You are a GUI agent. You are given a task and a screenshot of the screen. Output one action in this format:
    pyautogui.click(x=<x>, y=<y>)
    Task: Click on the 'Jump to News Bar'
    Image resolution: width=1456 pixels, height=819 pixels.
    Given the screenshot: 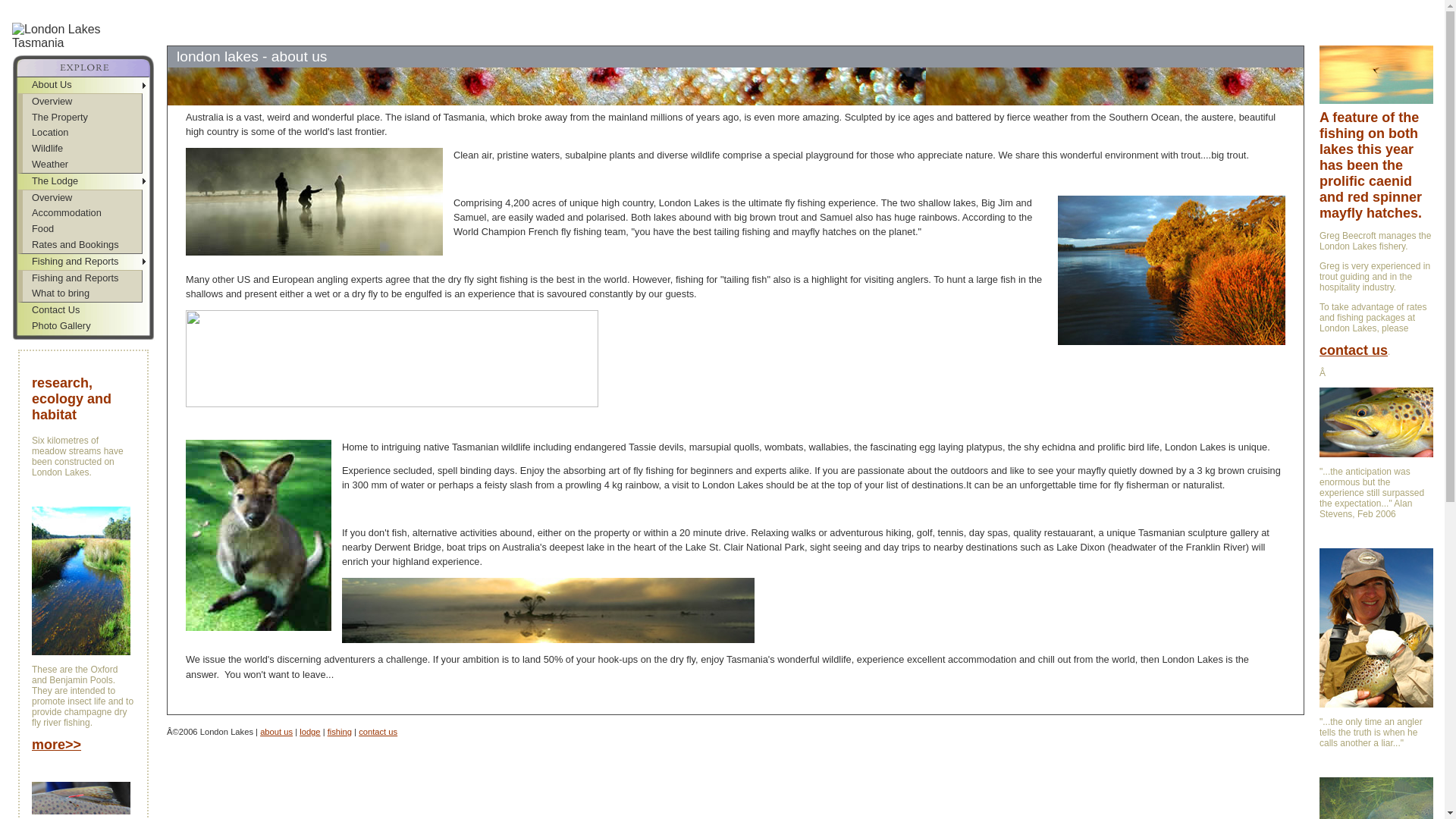 What is the action you would take?
    pyautogui.click(x=193, y=5)
    